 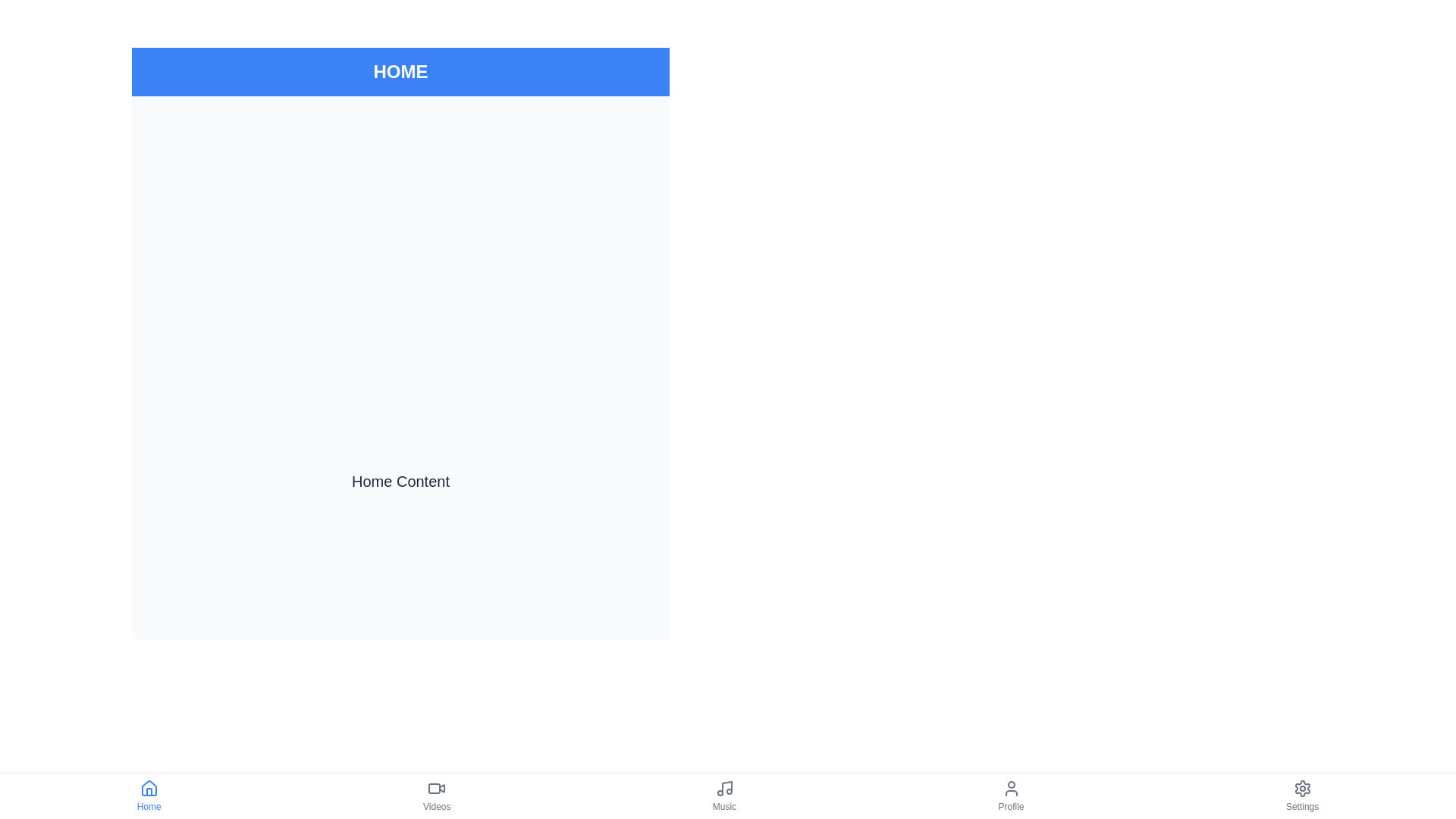 I want to click on the camera-like icon in the 'Videos' button located in the navigation bar at the bottom of the interface, so click(x=436, y=788).